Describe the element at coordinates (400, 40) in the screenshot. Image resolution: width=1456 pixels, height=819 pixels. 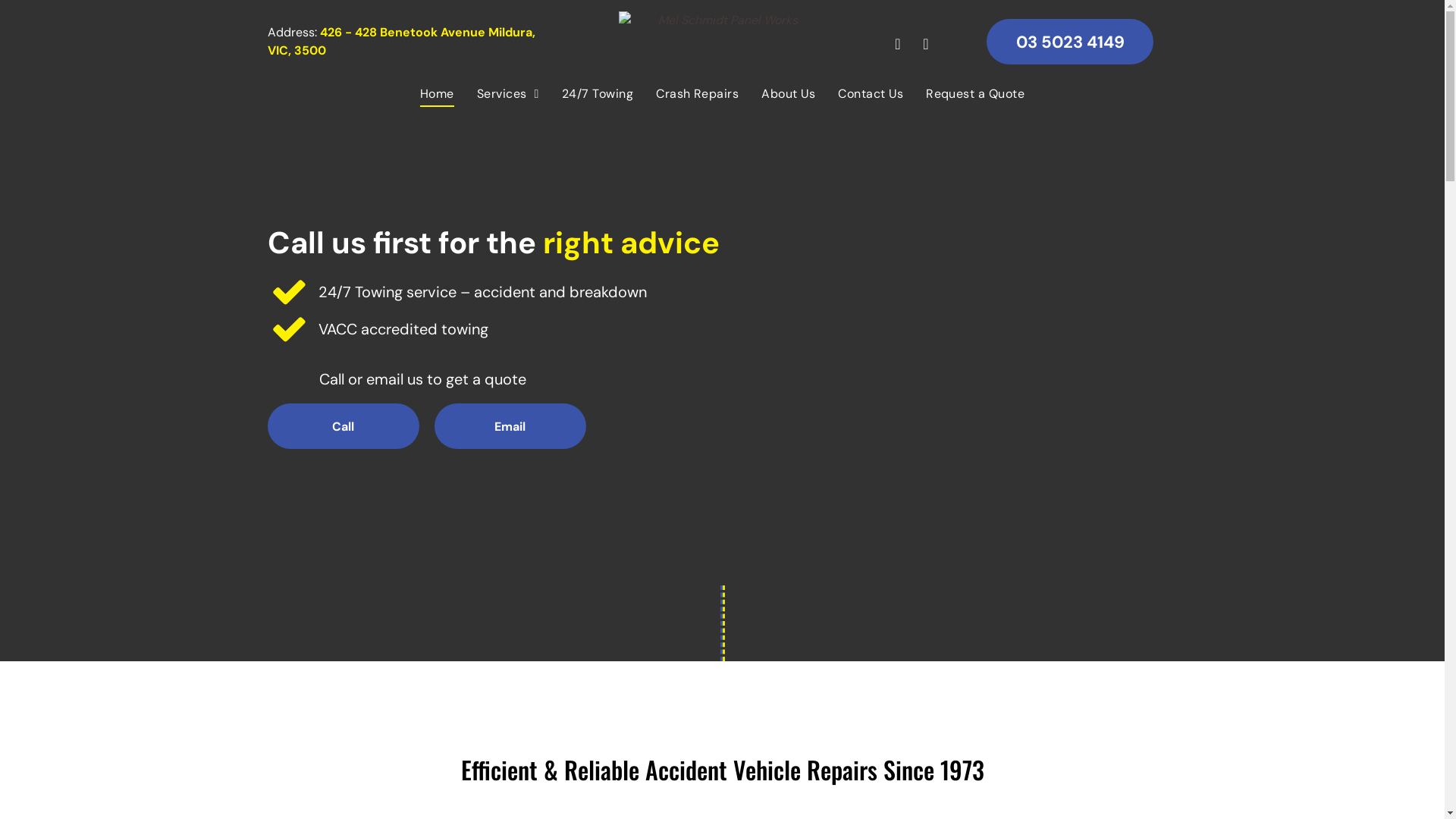
I see `'426 - 428 Benetook Avenue Mildura, VIC, 3500'` at that location.